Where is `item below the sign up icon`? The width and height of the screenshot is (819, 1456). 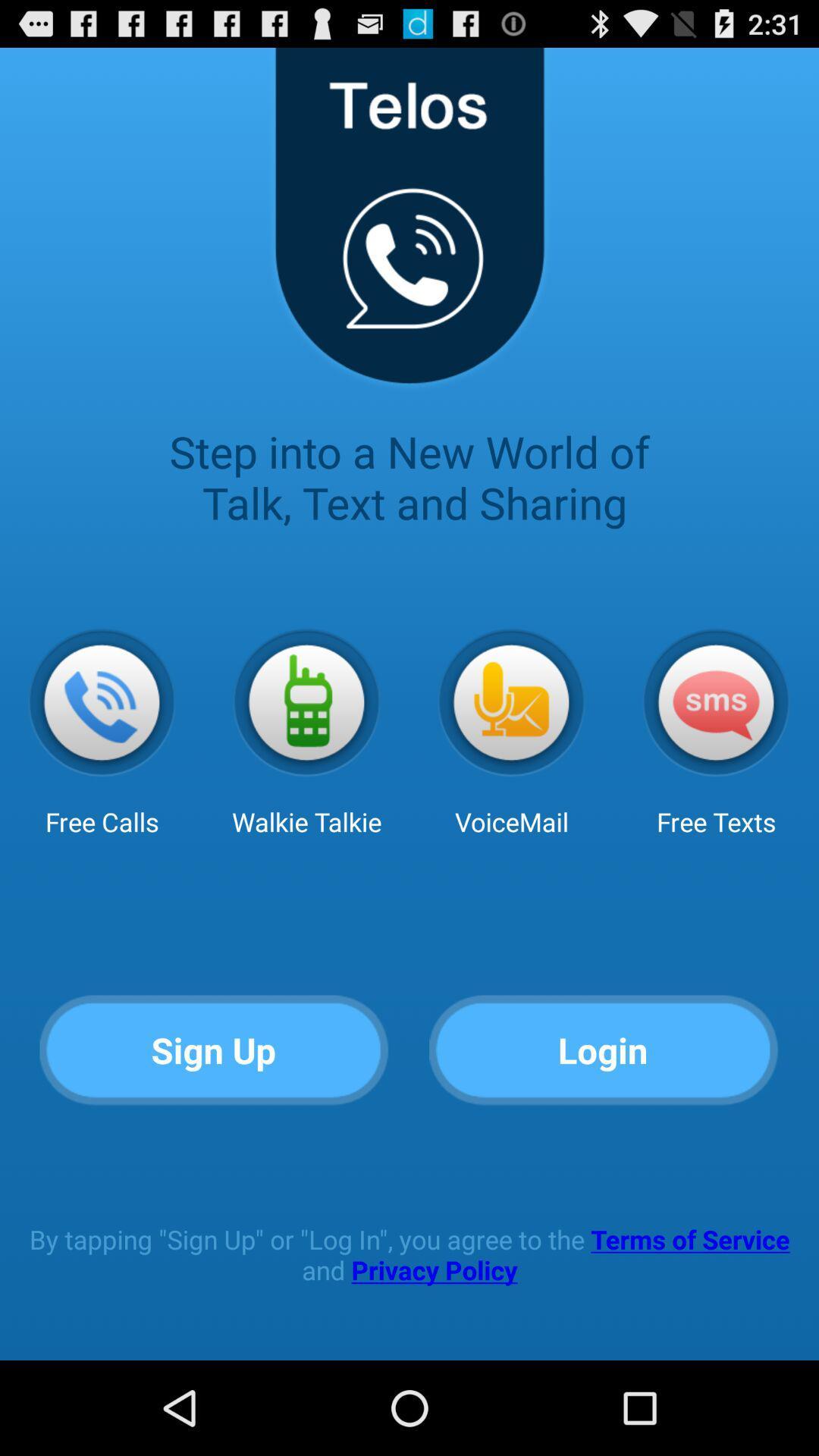
item below the sign up icon is located at coordinates (409, 1254).